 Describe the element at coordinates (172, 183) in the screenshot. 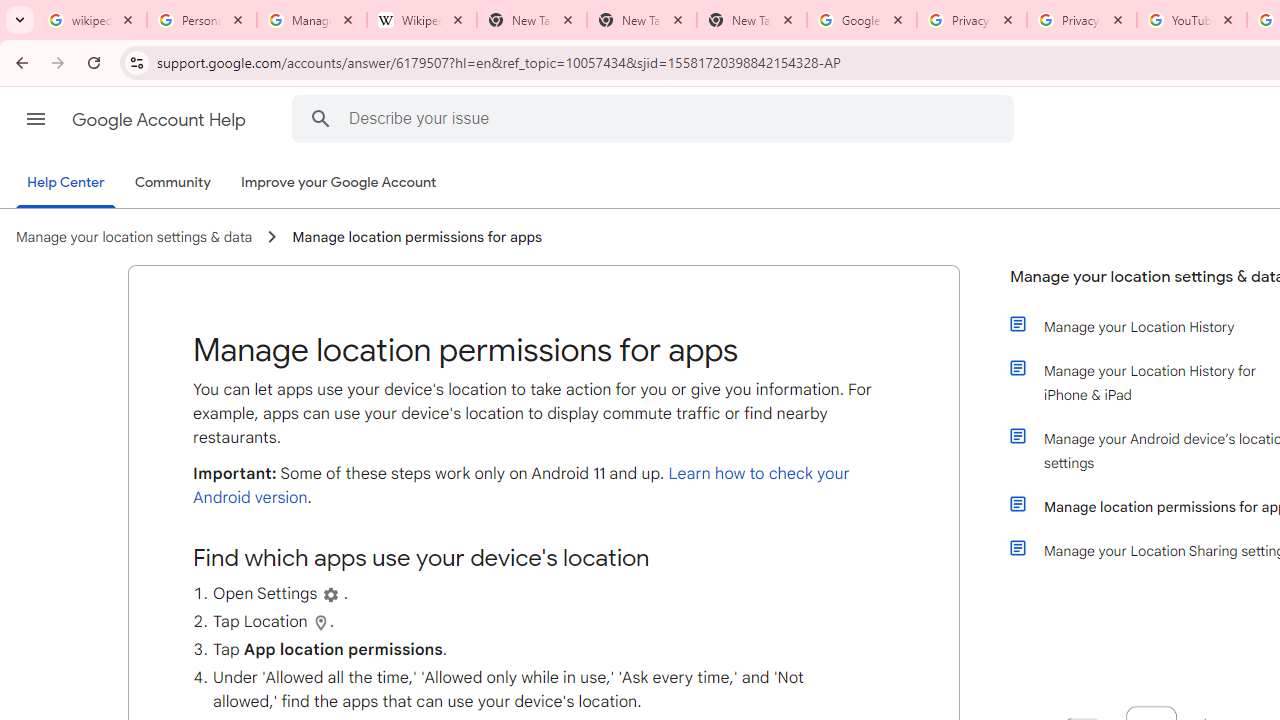

I see `'Community'` at that location.